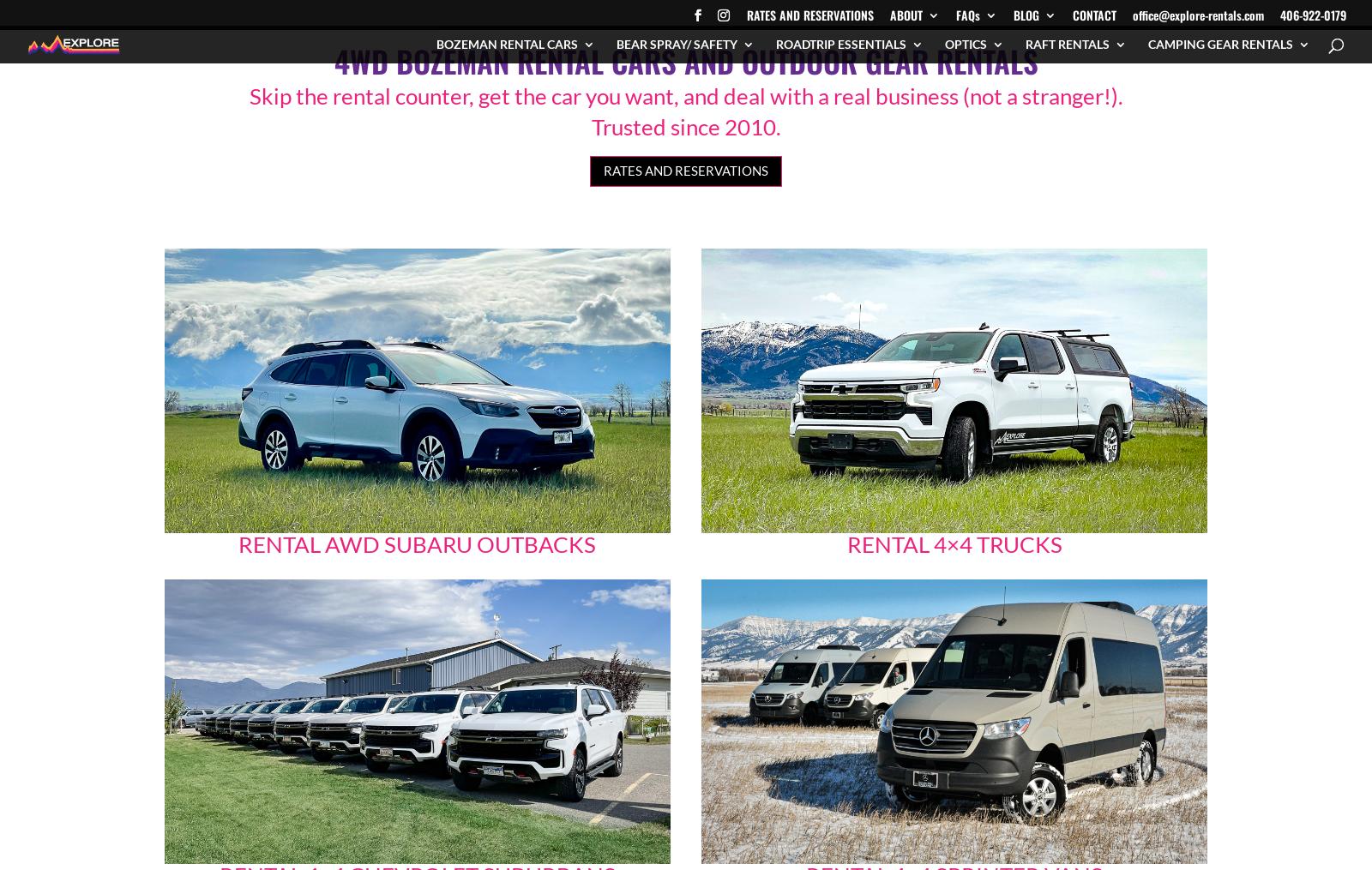  Describe the element at coordinates (906, 245) in the screenshot. I see `'International Car Renter Insurance FAQs'` at that location.